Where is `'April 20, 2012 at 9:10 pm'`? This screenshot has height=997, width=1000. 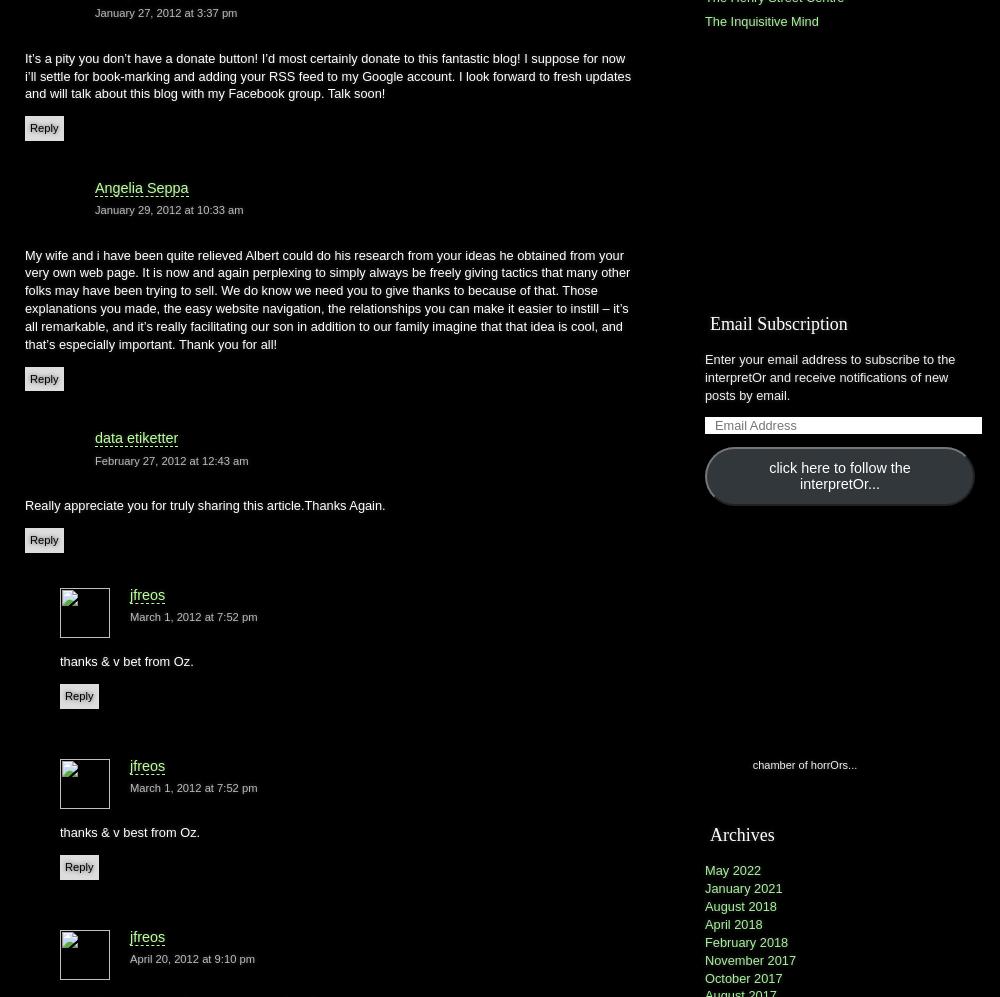
'April 20, 2012 at 9:10 pm' is located at coordinates (191, 958).